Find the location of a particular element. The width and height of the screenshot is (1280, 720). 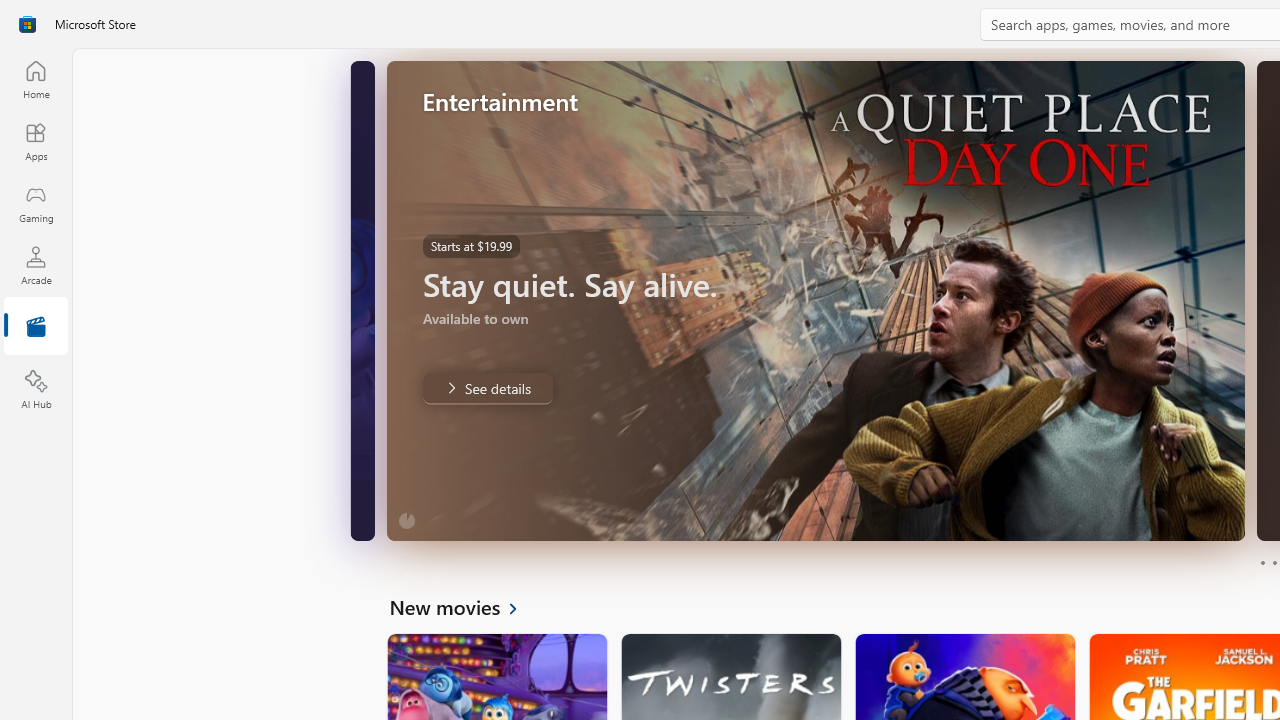

'Page 2' is located at coordinates (1273, 563).